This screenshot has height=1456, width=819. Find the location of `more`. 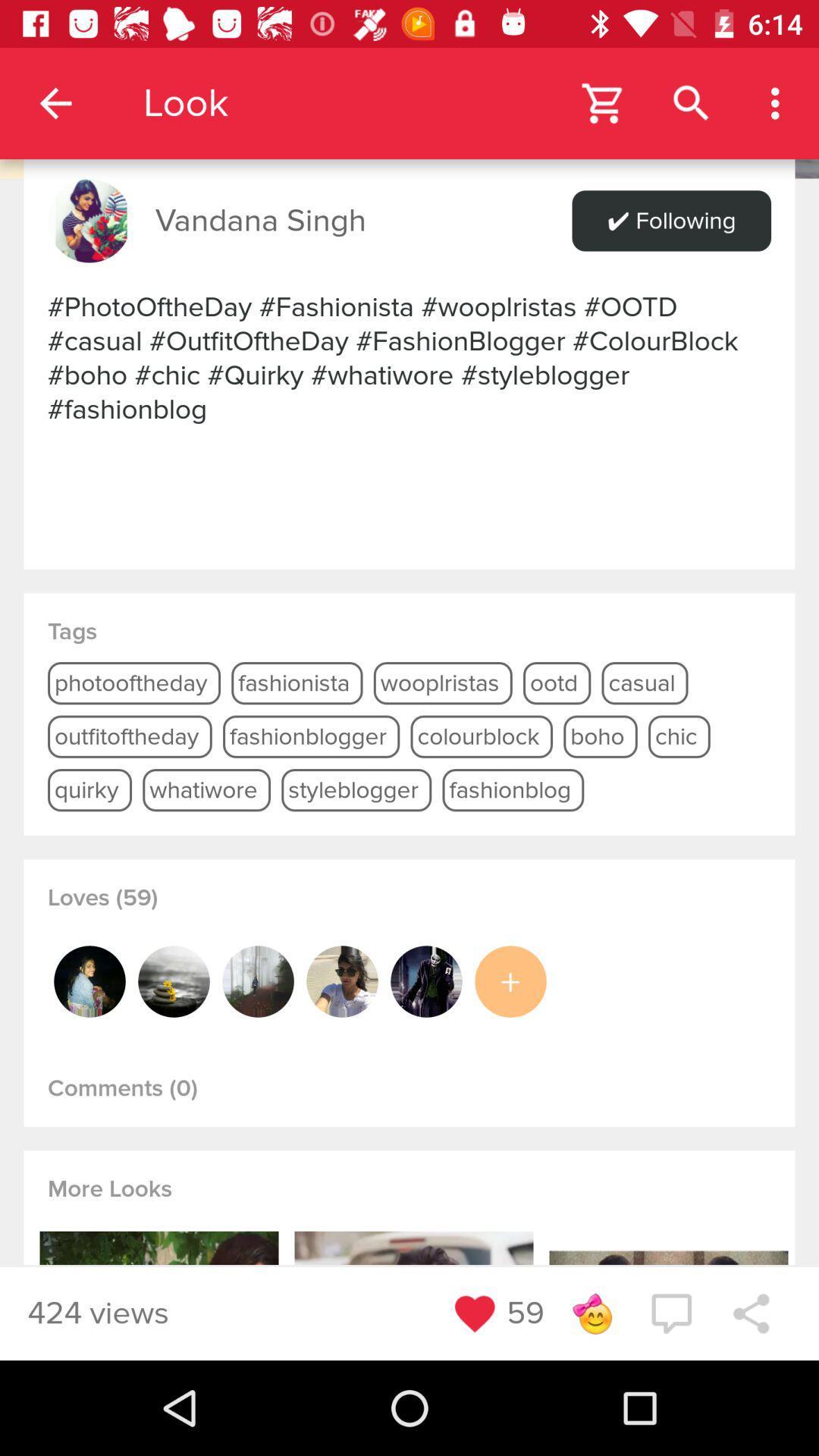

more is located at coordinates (510, 981).